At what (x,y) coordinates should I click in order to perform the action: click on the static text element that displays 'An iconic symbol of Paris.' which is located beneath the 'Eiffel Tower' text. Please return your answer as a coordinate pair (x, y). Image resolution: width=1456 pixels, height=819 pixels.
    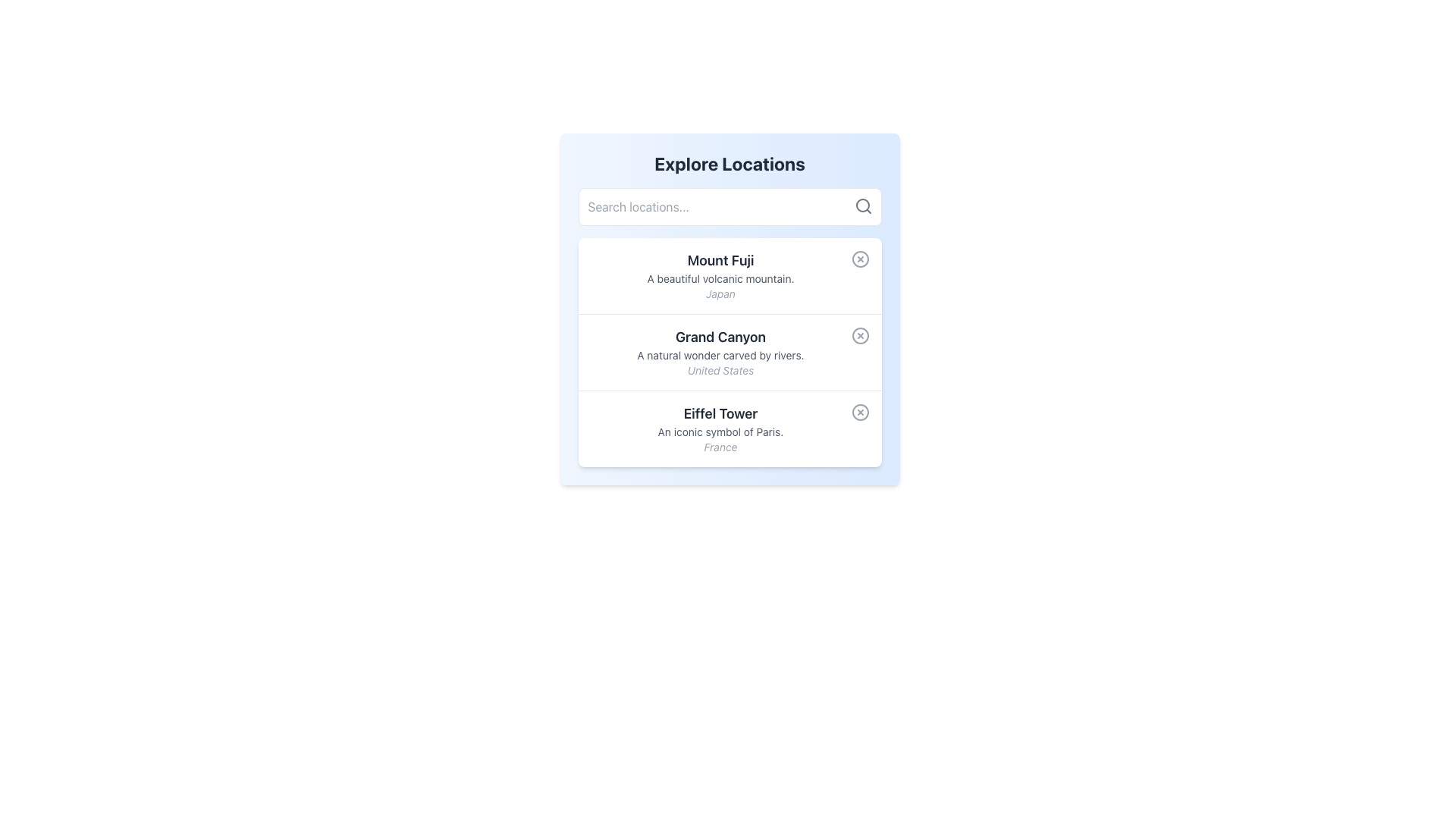
    Looking at the image, I should click on (720, 432).